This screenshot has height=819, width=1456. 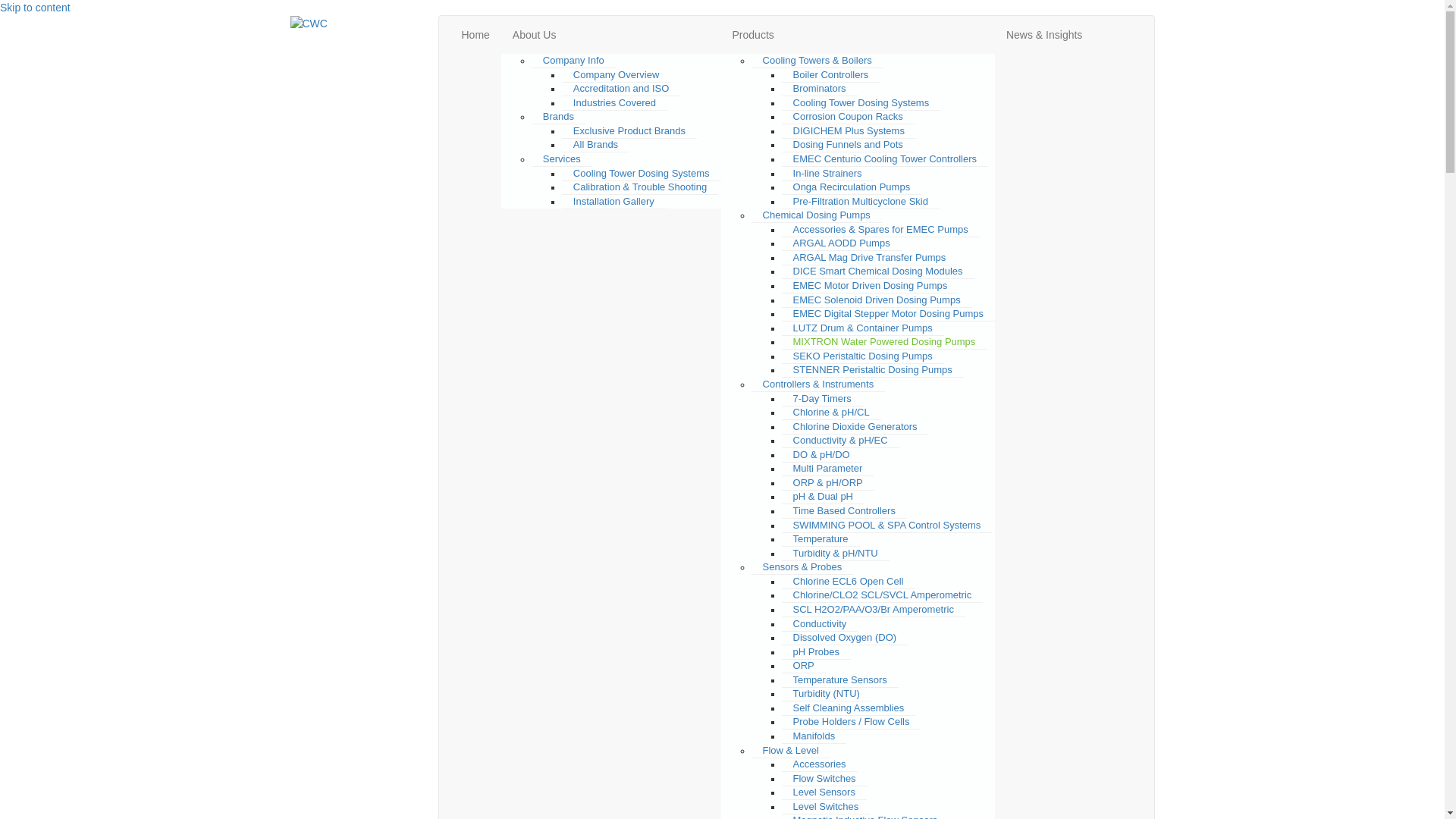 What do you see at coordinates (852, 186) in the screenshot?
I see `'Onga Recirculation Pumps'` at bounding box center [852, 186].